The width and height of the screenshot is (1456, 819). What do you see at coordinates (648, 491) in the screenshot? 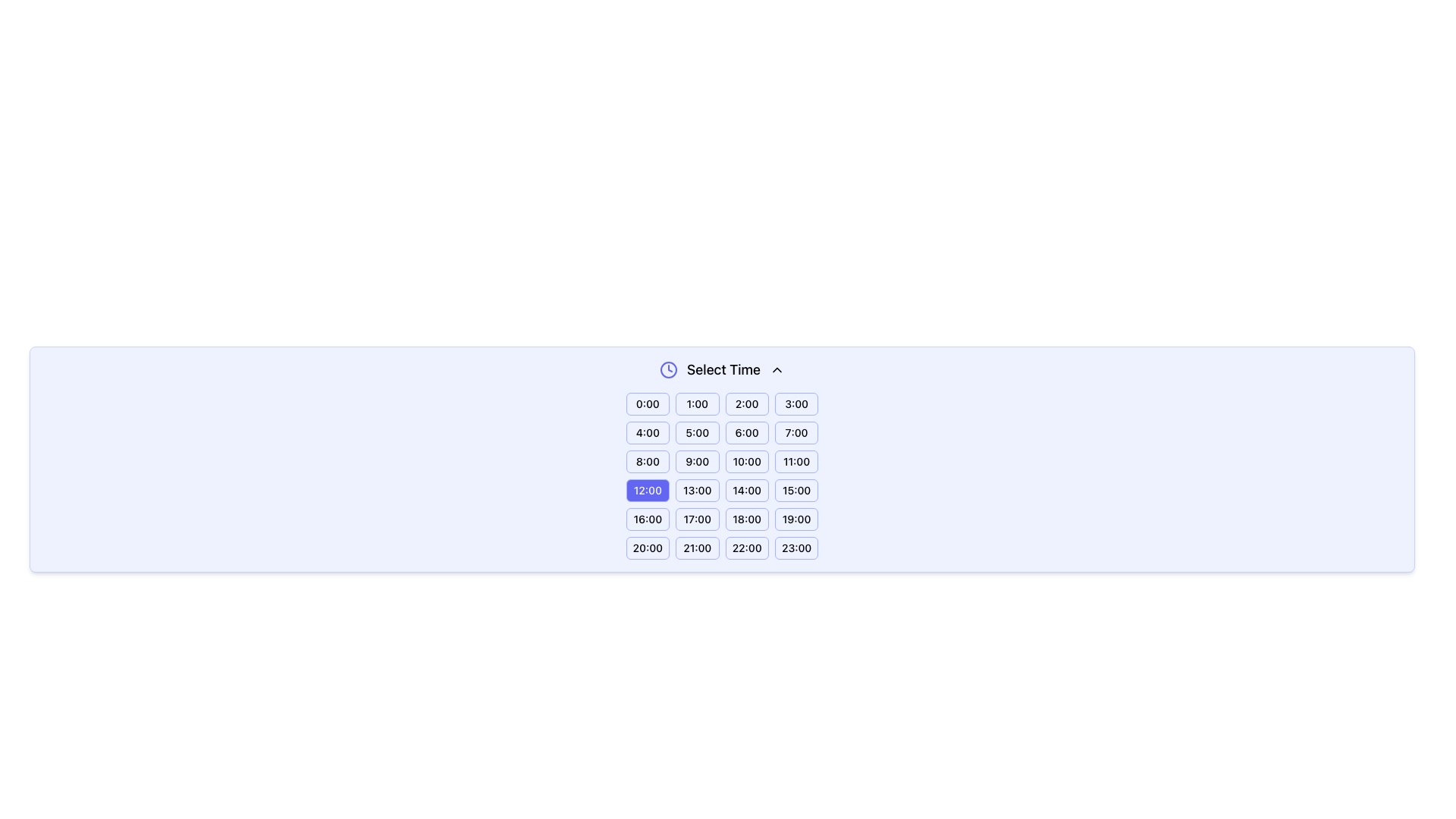
I see `the button displaying '12:00' in white text on an indigo background` at bounding box center [648, 491].